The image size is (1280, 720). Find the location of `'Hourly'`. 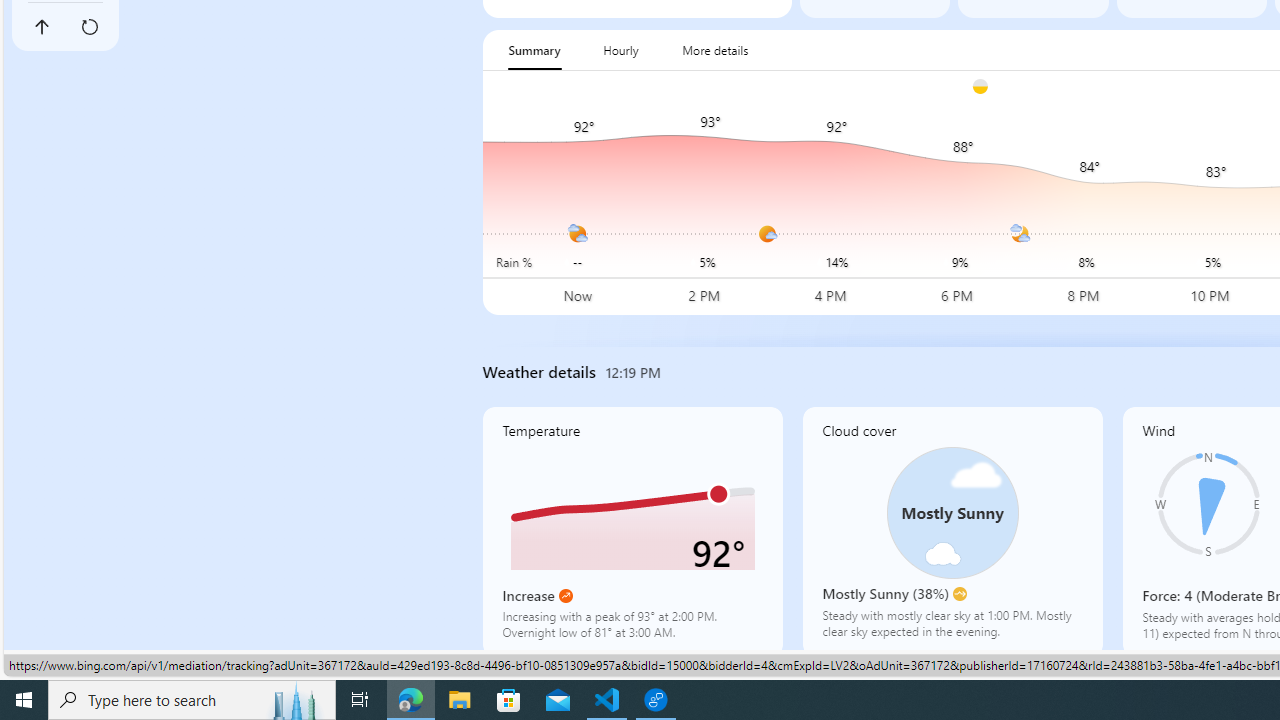

'Hourly' is located at coordinates (619, 49).